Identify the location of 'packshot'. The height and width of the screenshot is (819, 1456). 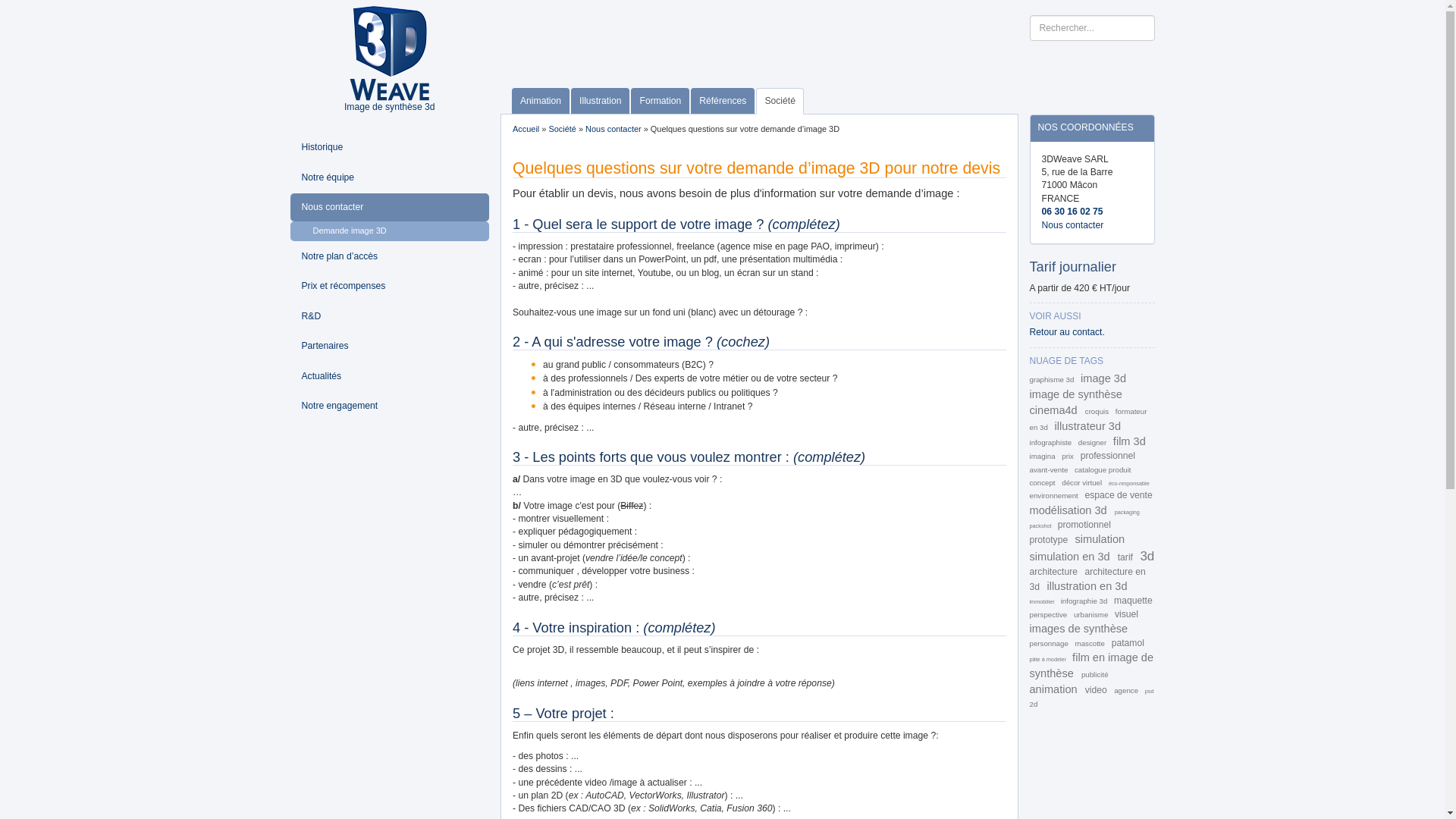
(1040, 525).